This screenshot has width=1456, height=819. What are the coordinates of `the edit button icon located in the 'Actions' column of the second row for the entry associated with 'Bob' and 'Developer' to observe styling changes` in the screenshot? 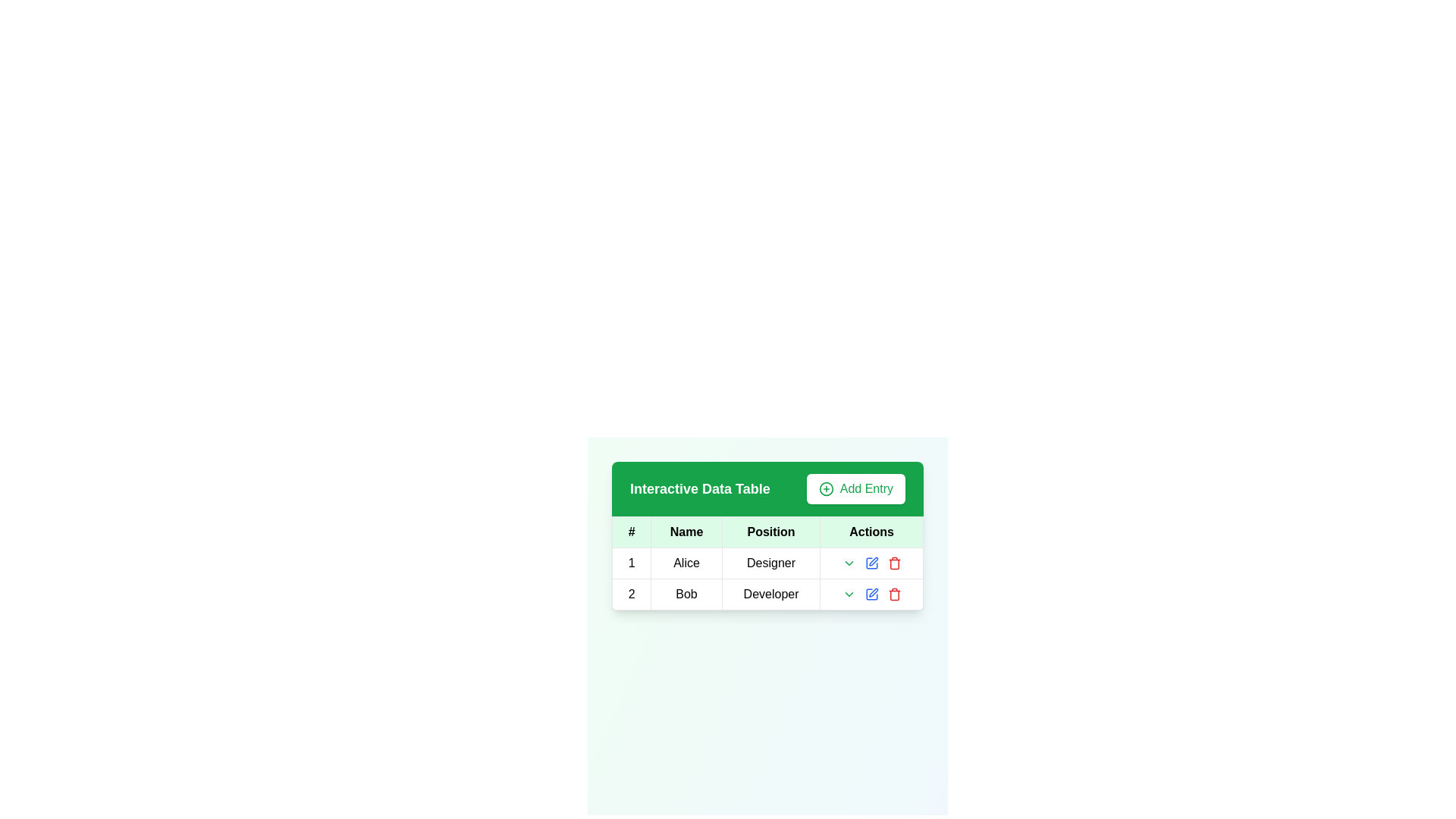 It's located at (871, 593).